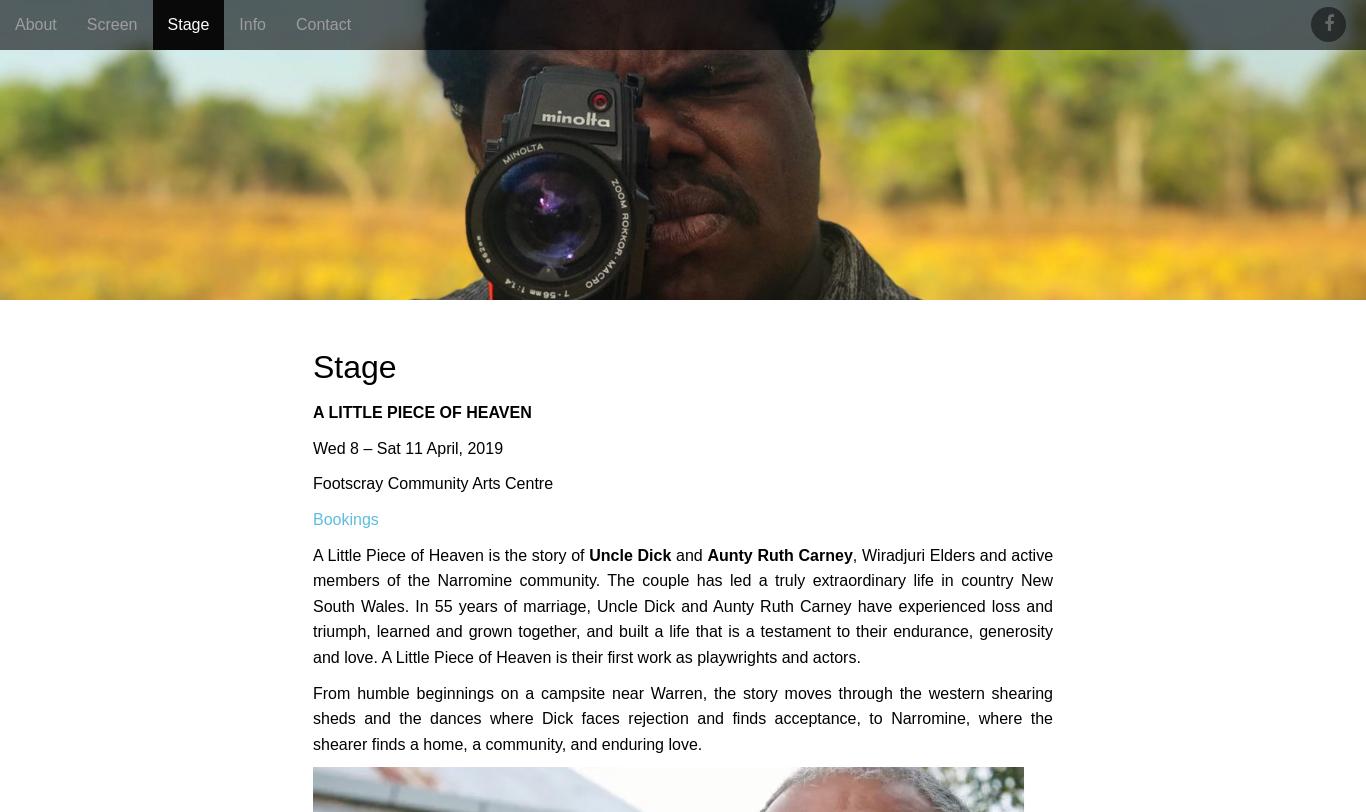 Image resolution: width=1366 pixels, height=812 pixels. Describe the element at coordinates (689, 554) in the screenshot. I see `'and'` at that location.